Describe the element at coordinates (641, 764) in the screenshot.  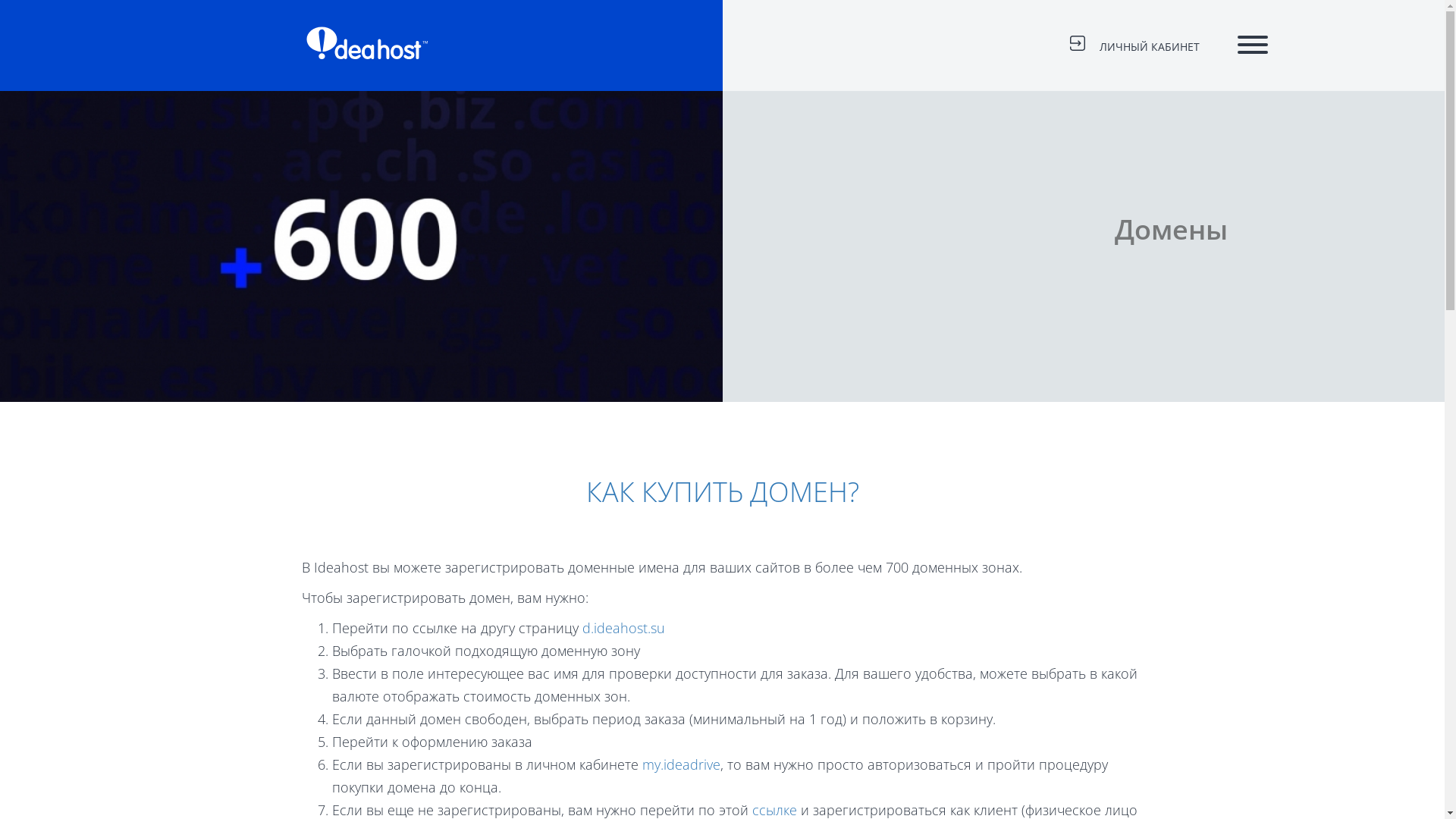
I see `'my.ideadrive'` at that location.